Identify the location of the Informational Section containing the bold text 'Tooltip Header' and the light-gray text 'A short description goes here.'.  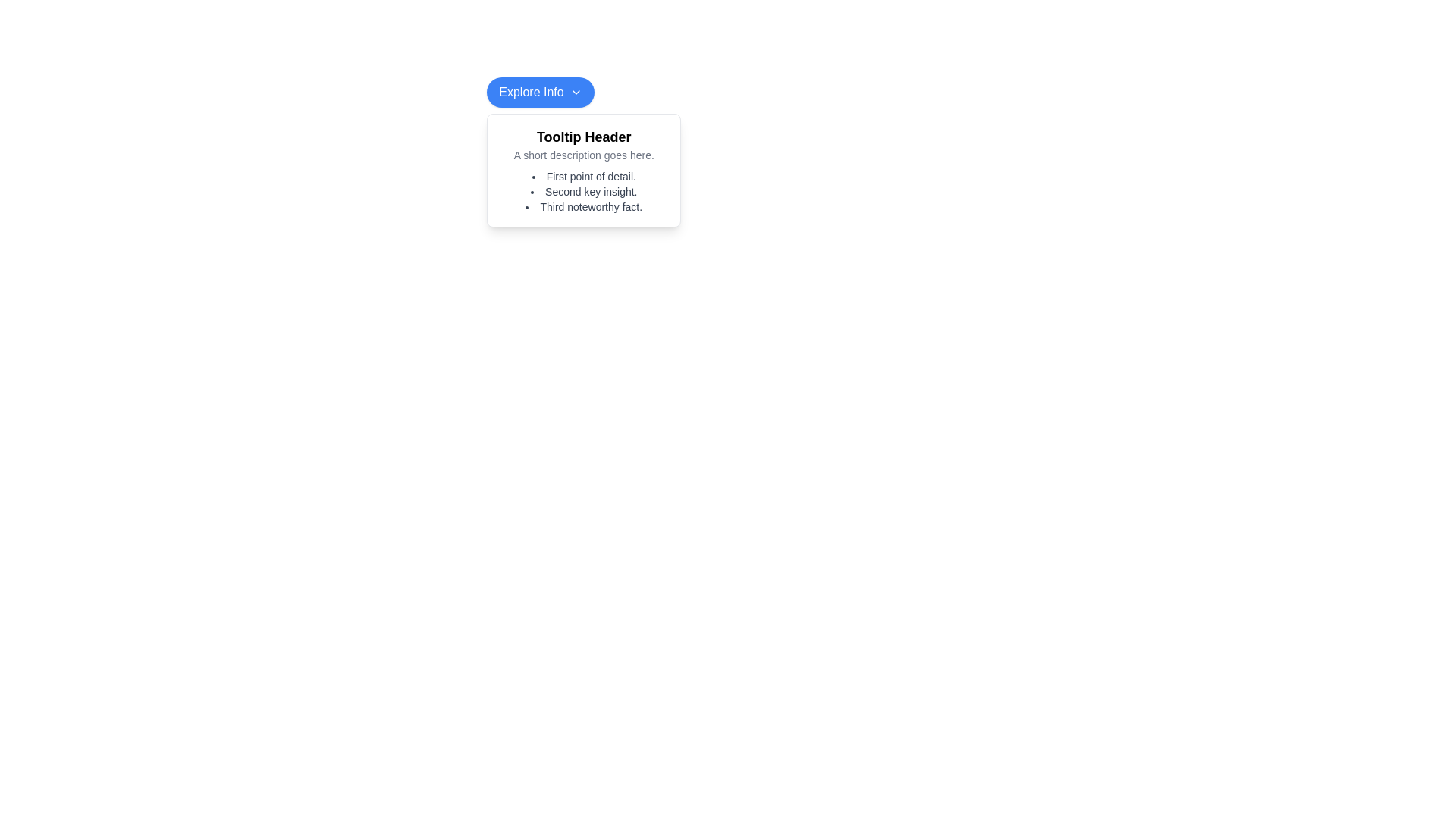
(583, 145).